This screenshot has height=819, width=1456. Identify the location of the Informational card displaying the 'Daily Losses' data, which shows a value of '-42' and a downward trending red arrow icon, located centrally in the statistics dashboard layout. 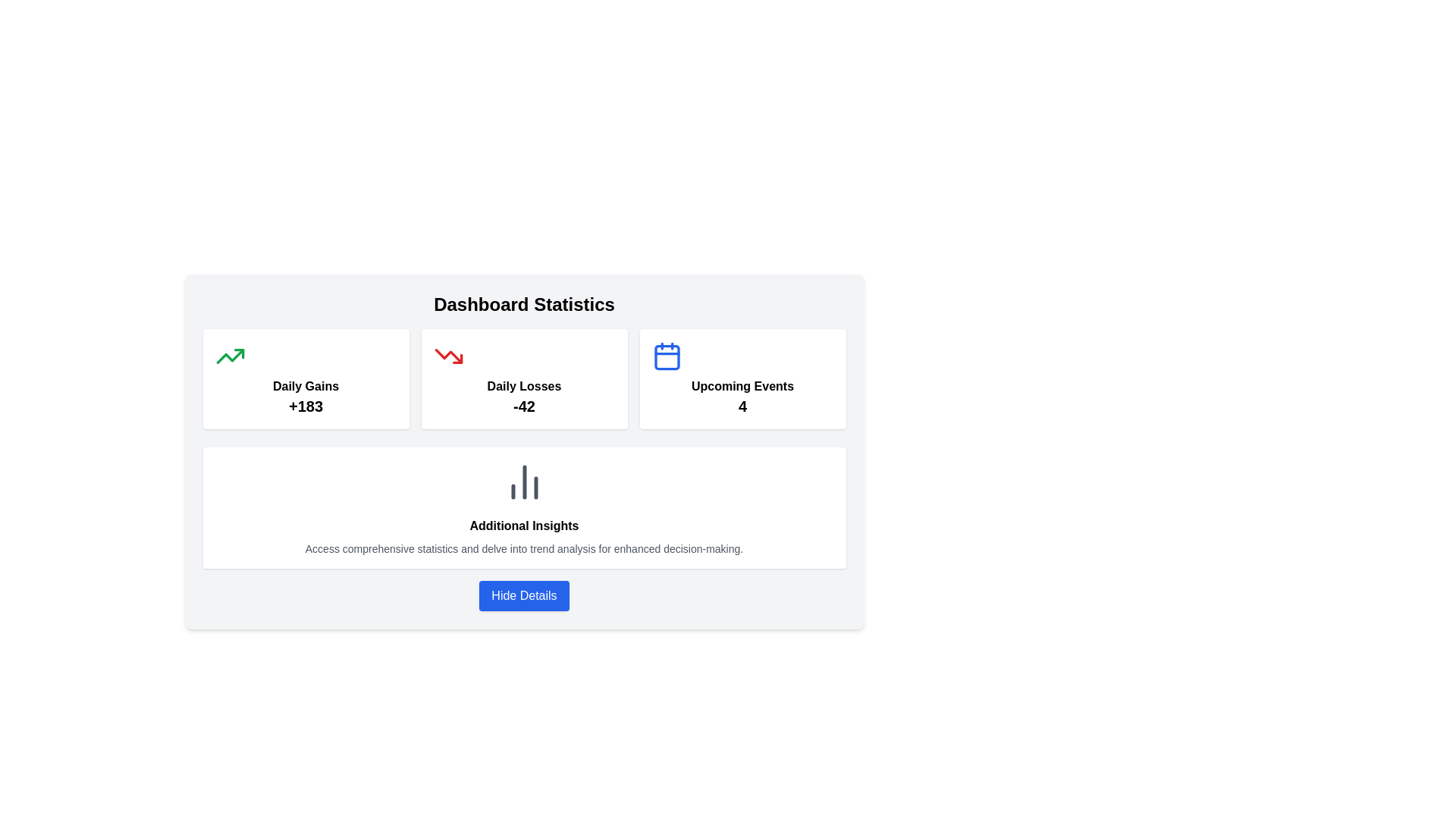
(524, 378).